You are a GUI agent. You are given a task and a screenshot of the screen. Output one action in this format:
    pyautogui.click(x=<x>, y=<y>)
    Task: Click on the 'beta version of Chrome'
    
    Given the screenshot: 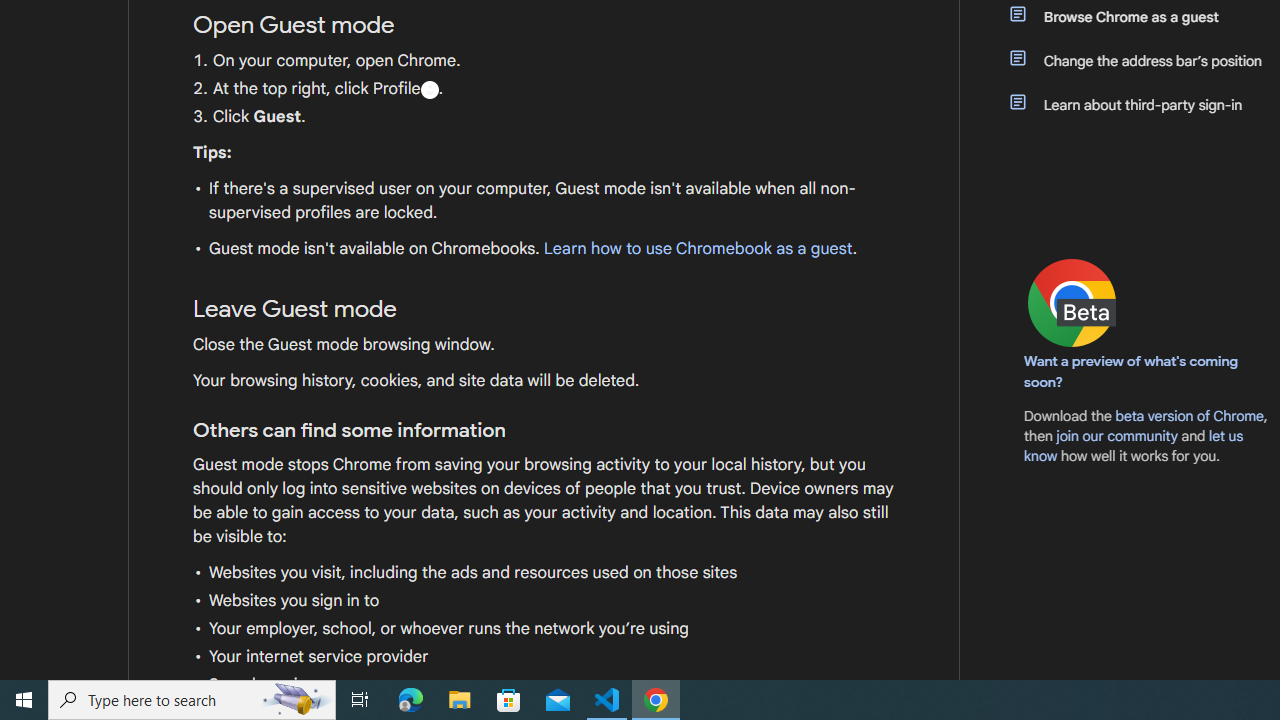 What is the action you would take?
    pyautogui.click(x=1189, y=414)
    